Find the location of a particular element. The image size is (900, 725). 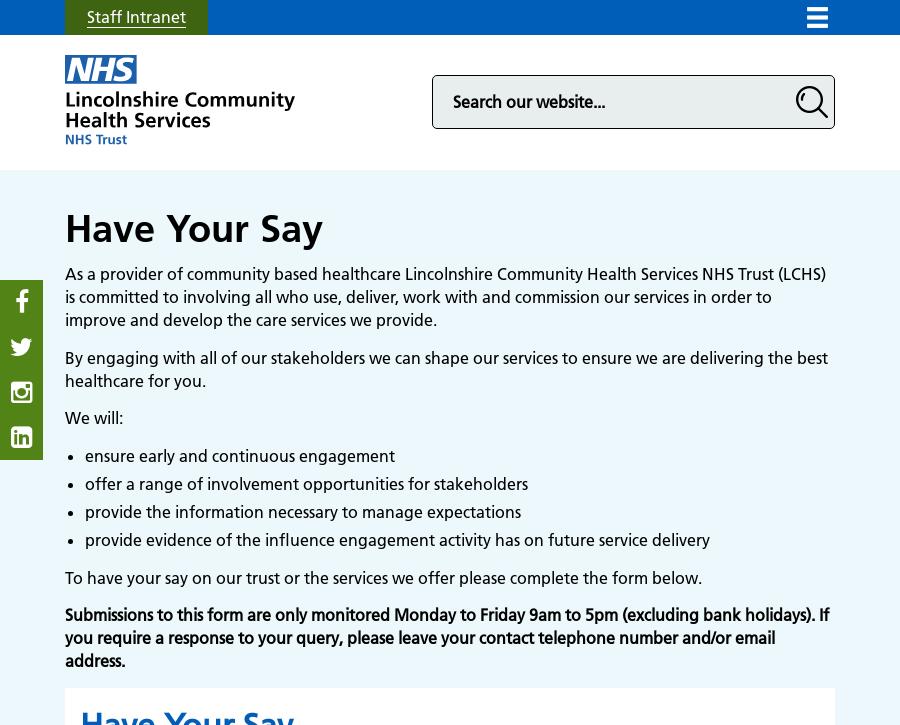

'offer a range of involvement opportunities for stakeholders' is located at coordinates (305, 484).